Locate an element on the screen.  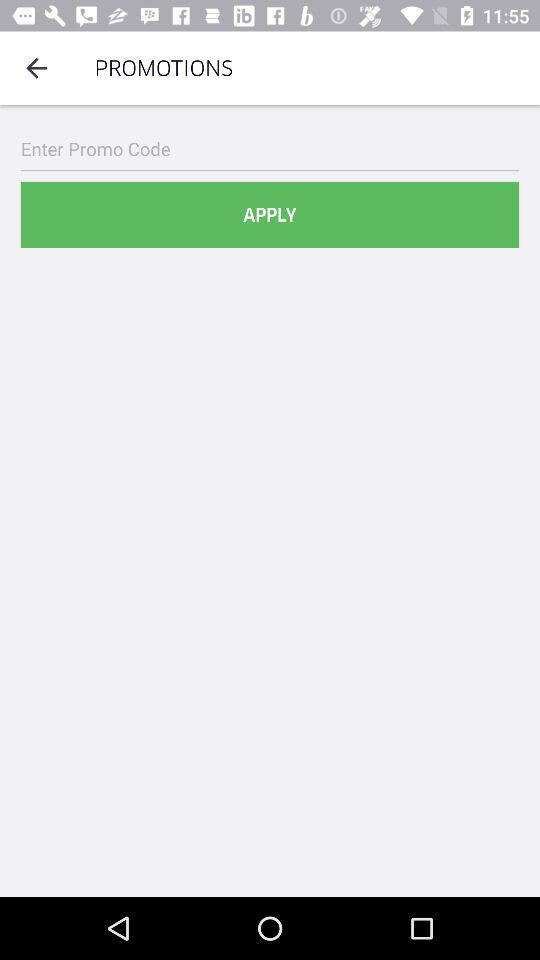
the apply icon is located at coordinates (270, 215).